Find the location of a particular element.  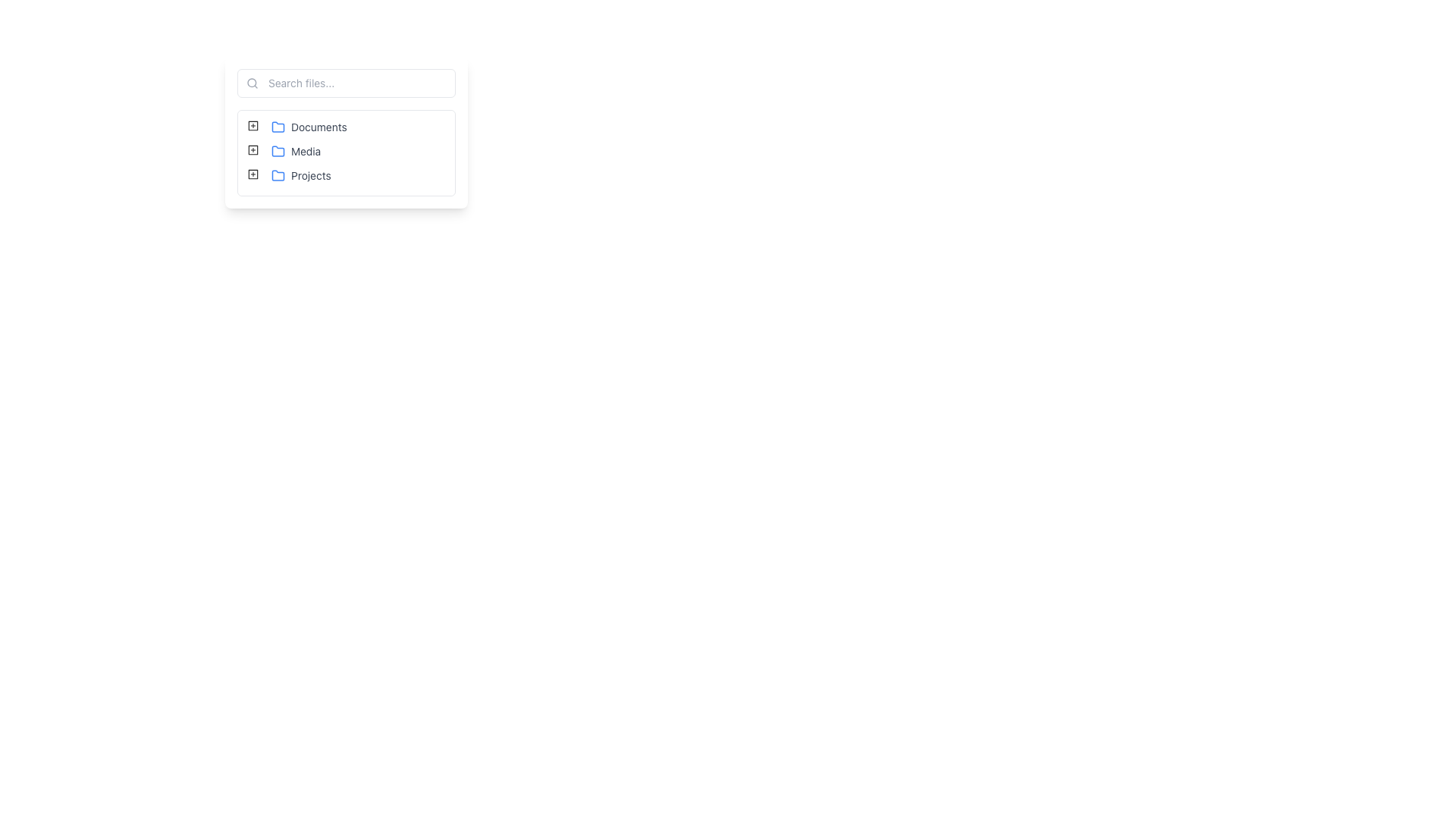

the first folder entry in the Treeview node, located directly under the search bar is located at coordinates (308, 127).